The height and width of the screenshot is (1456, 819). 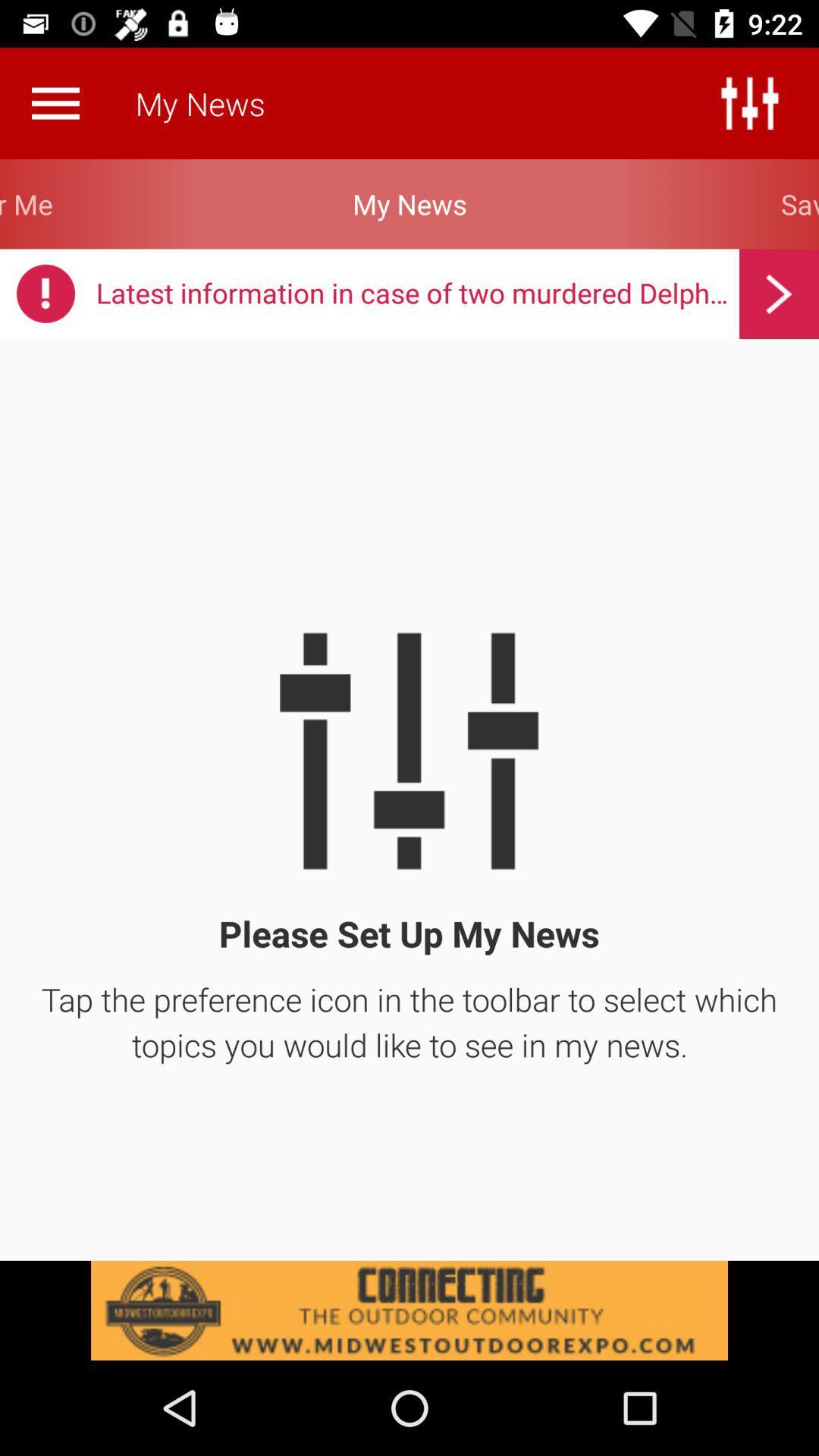 I want to click on the button below the text me on the web page, so click(x=45, y=294).